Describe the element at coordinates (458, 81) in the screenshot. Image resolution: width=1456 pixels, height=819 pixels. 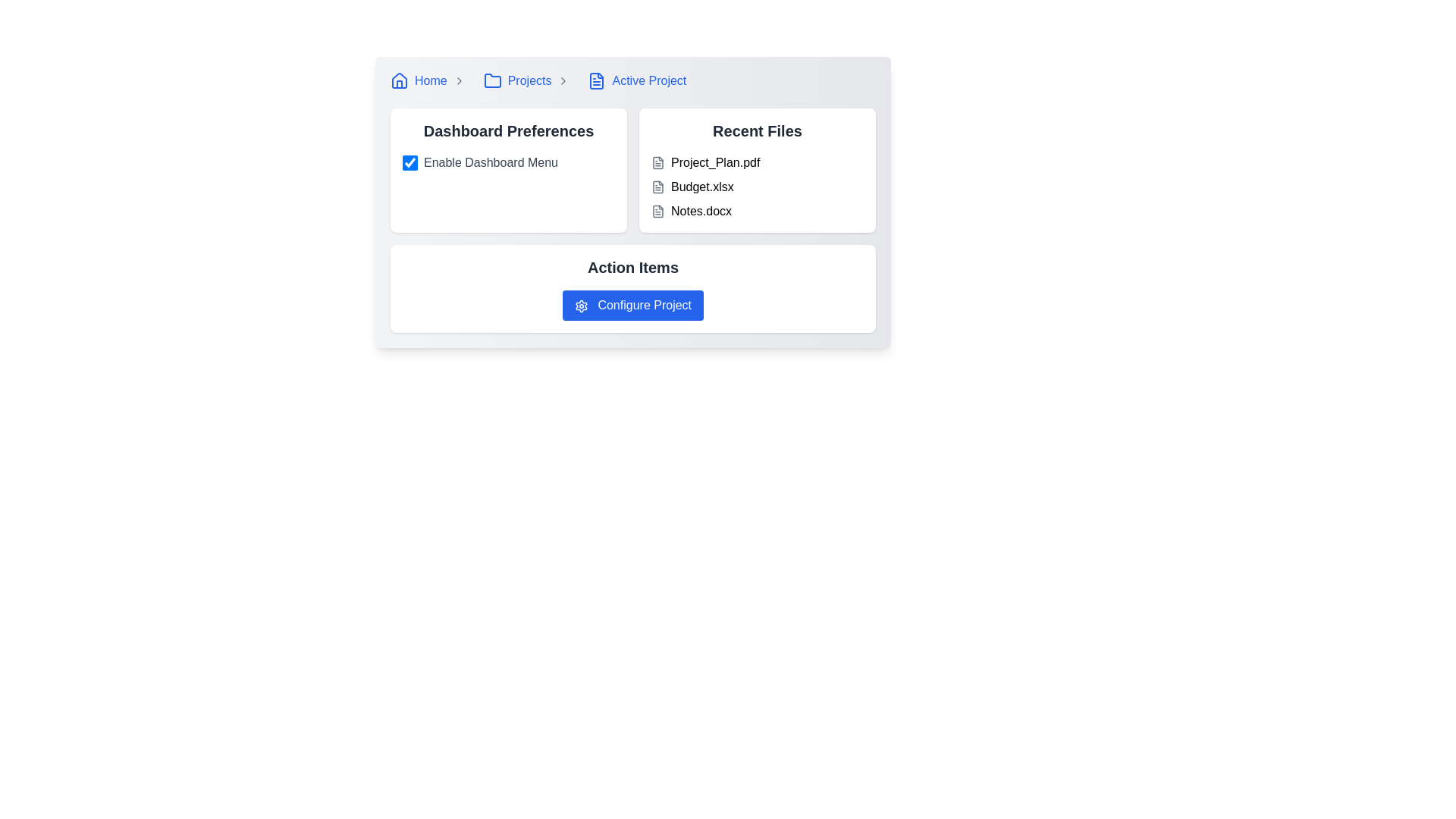
I see `the static chevron icon in the breadcrumb navigation bar that separates the 'Home' link and the 'Projects' link` at that location.